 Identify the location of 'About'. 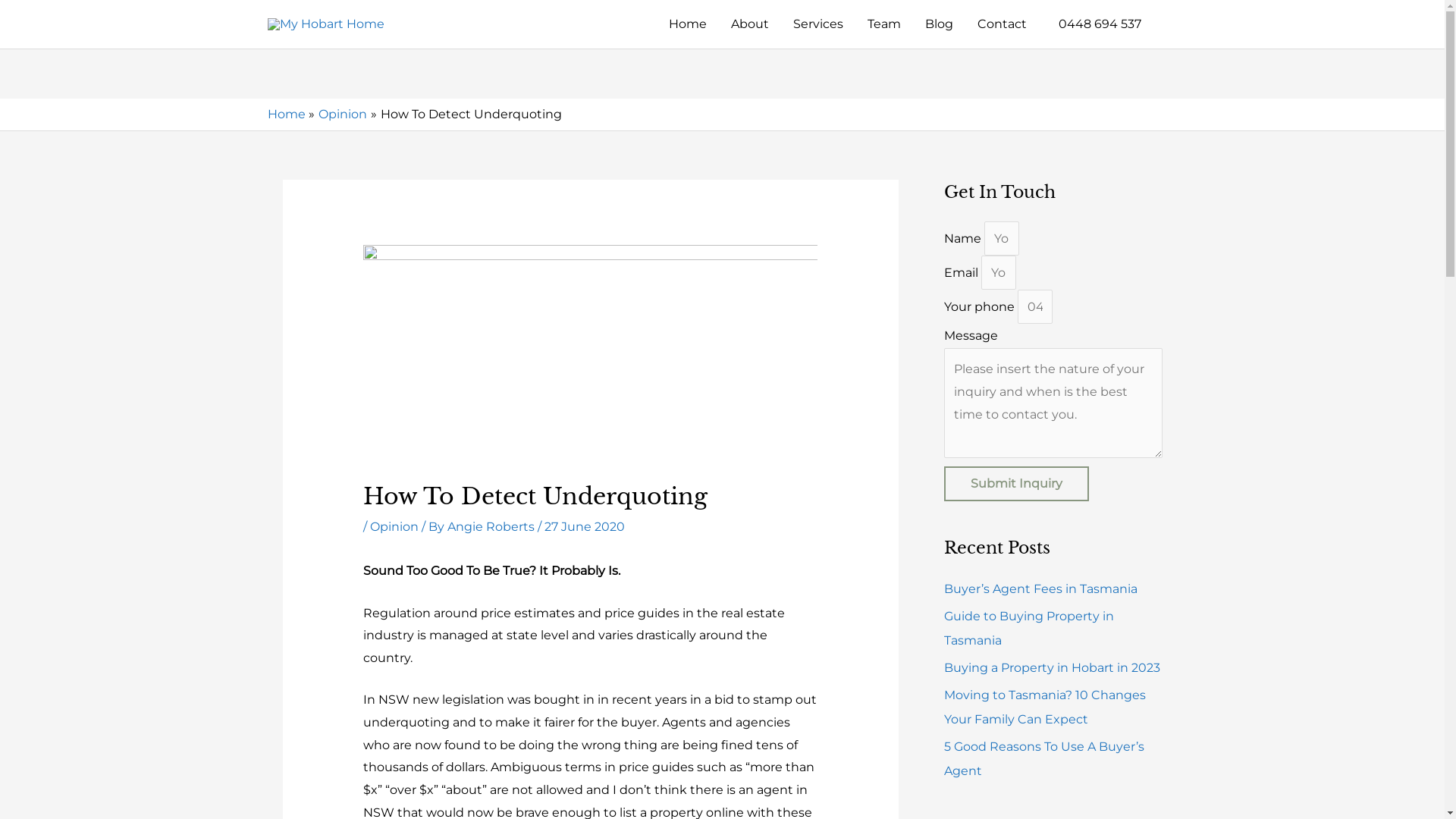
(749, 24).